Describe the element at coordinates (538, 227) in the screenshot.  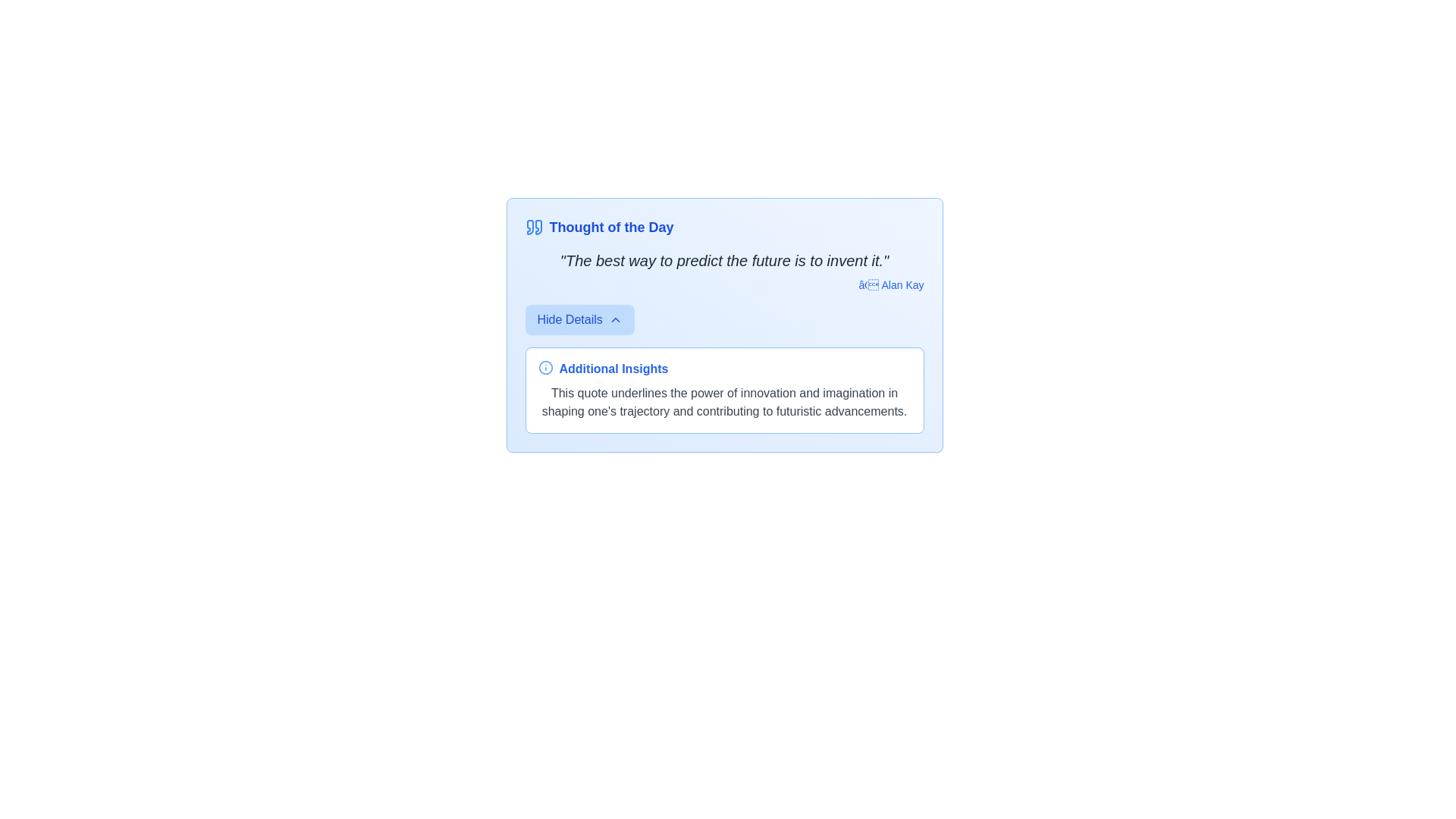
I see `the stylized quotation mark icon outlined in blue, which is the second part of a two-part quotation icon located near the top-left of the card` at that location.